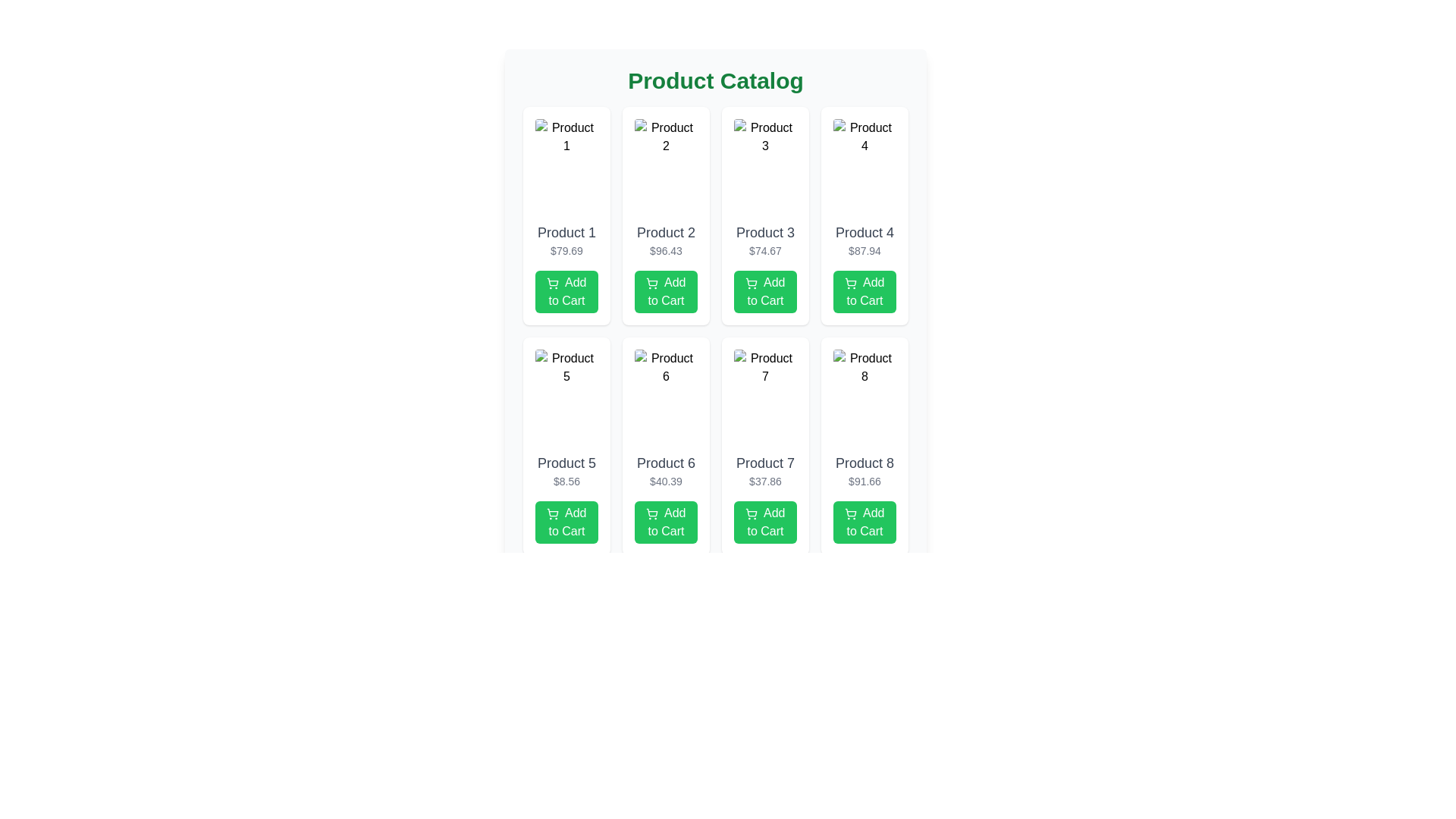 Image resolution: width=1456 pixels, height=819 pixels. Describe the element at coordinates (765, 216) in the screenshot. I see `product title 'Product 3' and price '$74.67' from the product card with a white background and rounded corners, located in the first row of a 4-column grid layout` at that location.